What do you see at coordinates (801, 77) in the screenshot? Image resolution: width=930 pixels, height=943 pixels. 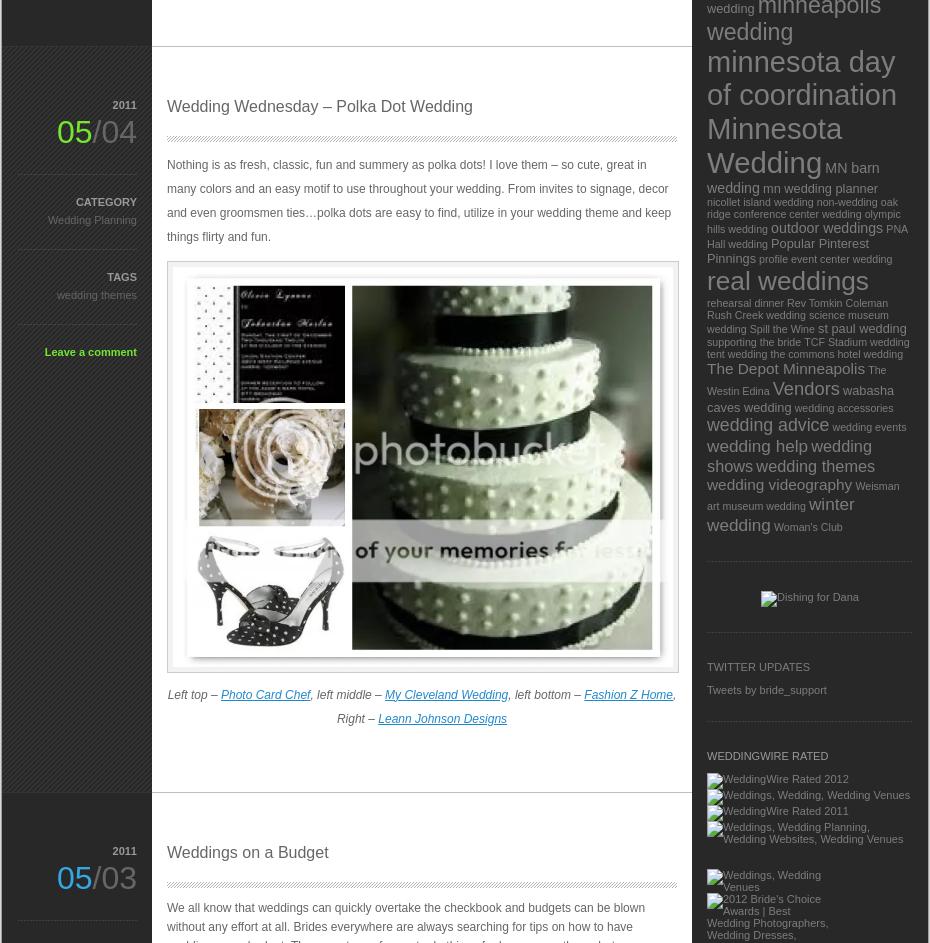 I see `'minnesota day of coordination'` at bounding box center [801, 77].